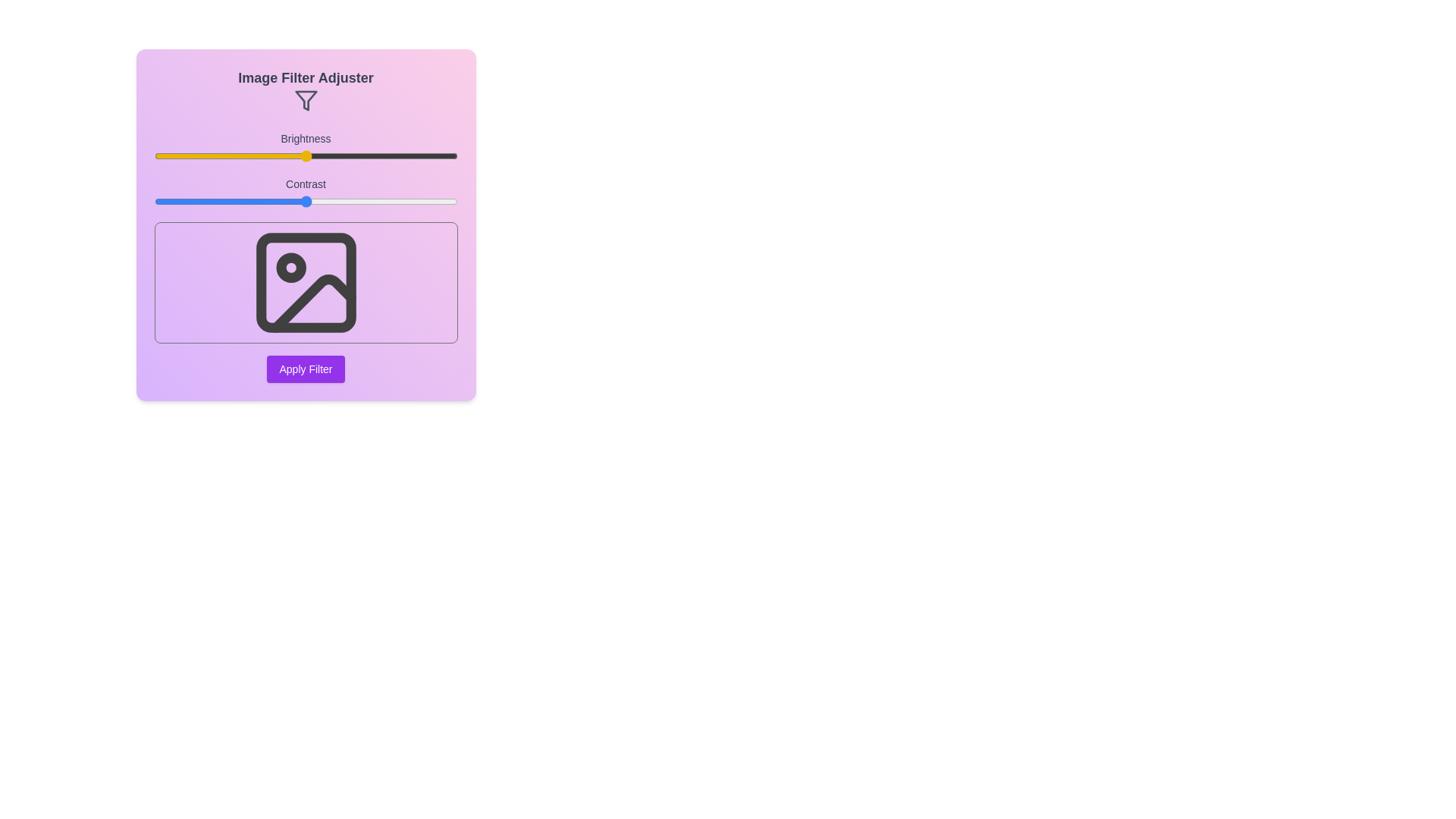 Image resolution: width=1456 pixels, height=819 pixels. I want to click on the contrast slider to 19%, so click(211, 201).